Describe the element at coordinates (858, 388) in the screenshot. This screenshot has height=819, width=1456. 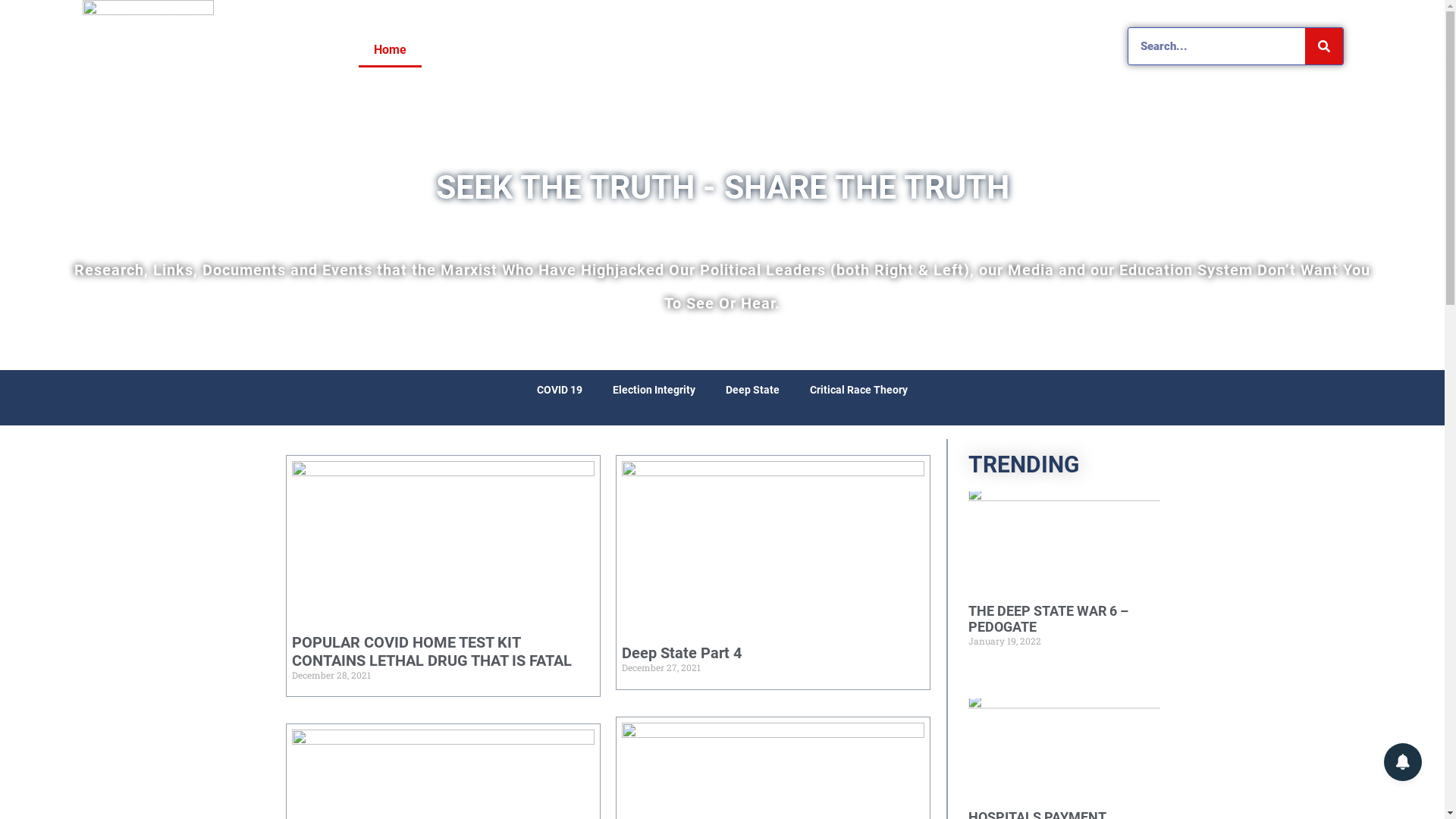
I see `'Critical Race Theory'` at that location.